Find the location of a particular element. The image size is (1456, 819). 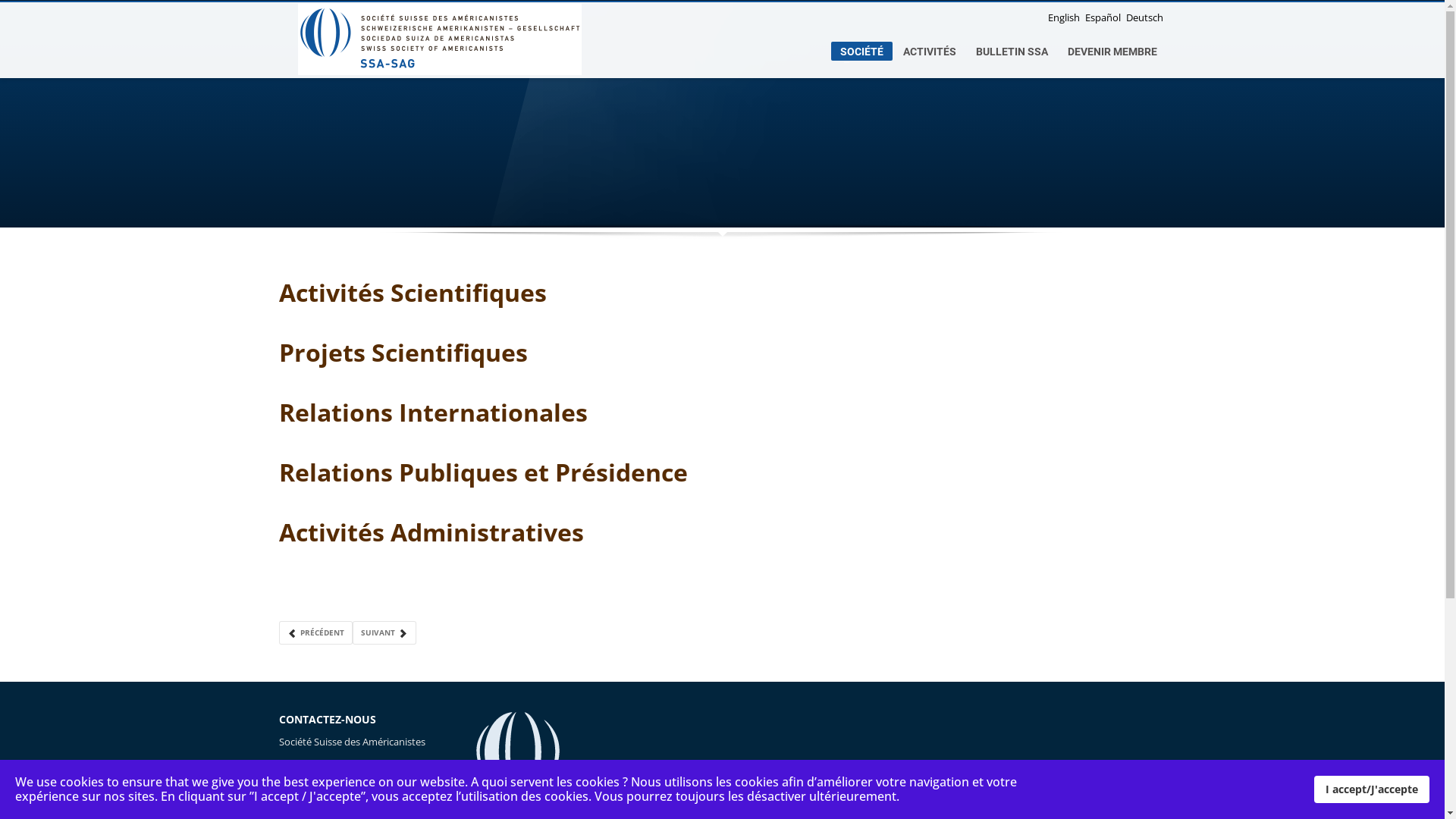

'I accept/J'accepte' is located at coordinates (1372, 789).